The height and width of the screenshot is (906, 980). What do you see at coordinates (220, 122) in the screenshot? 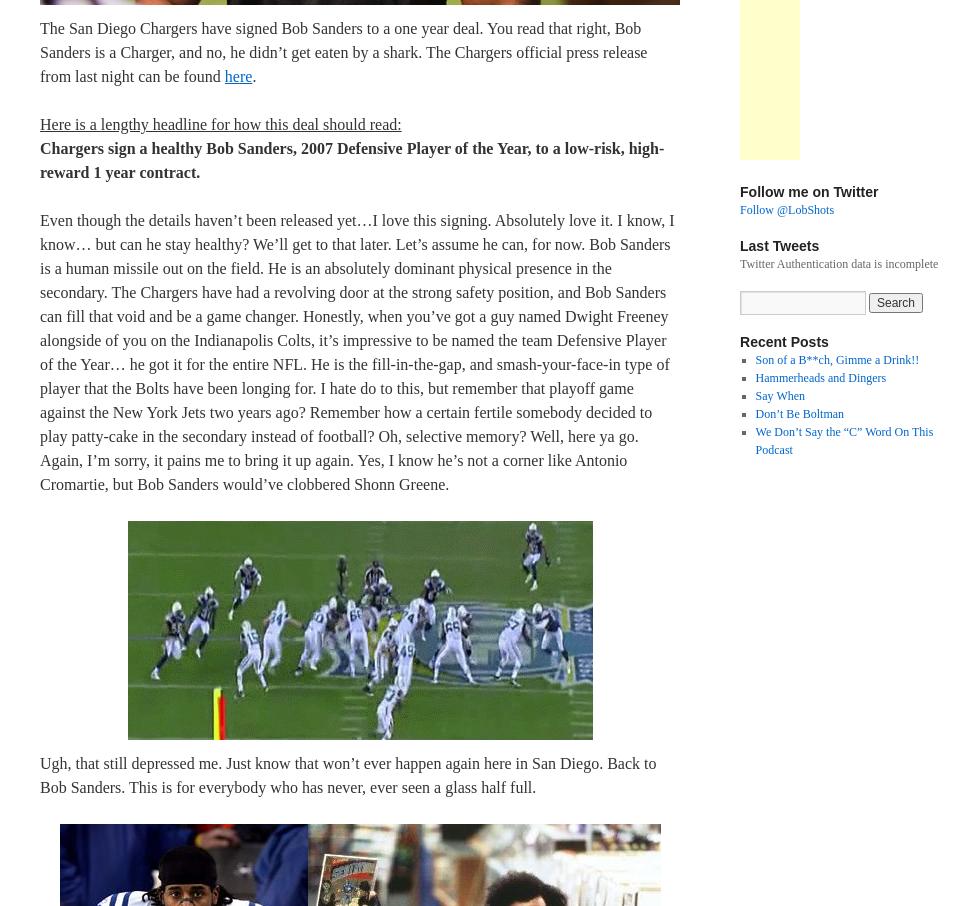
I see `'Here is a lengthy headline for how this deal should read:'` at bounding box center [220, 122].